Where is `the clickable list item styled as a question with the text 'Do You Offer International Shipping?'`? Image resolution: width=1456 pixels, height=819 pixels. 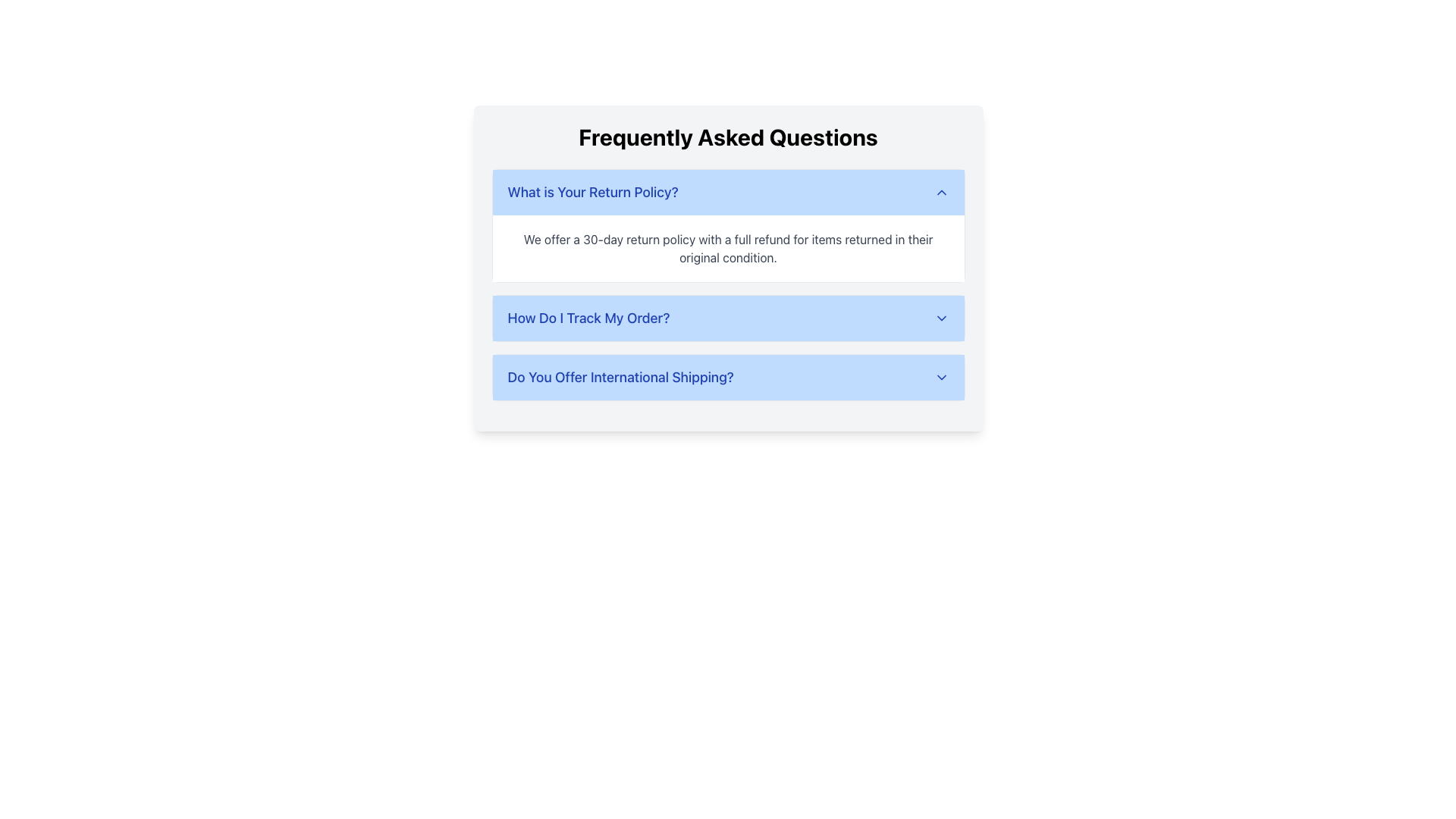
the clickable list item styled as a question with the text 'Do You Offer International Shipping?' is located at coordinates (728, 376).